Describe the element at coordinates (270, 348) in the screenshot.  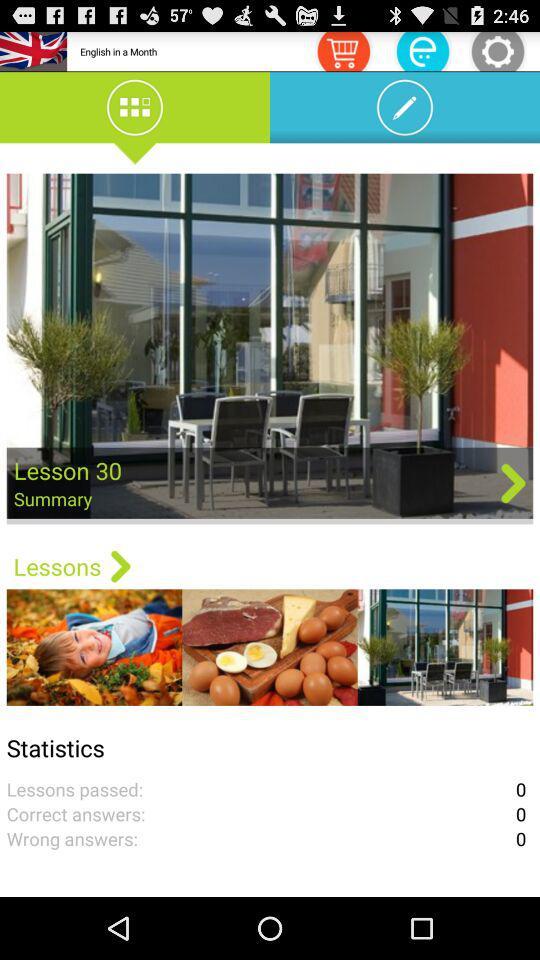
I see `lesson 30 summary` at that location.